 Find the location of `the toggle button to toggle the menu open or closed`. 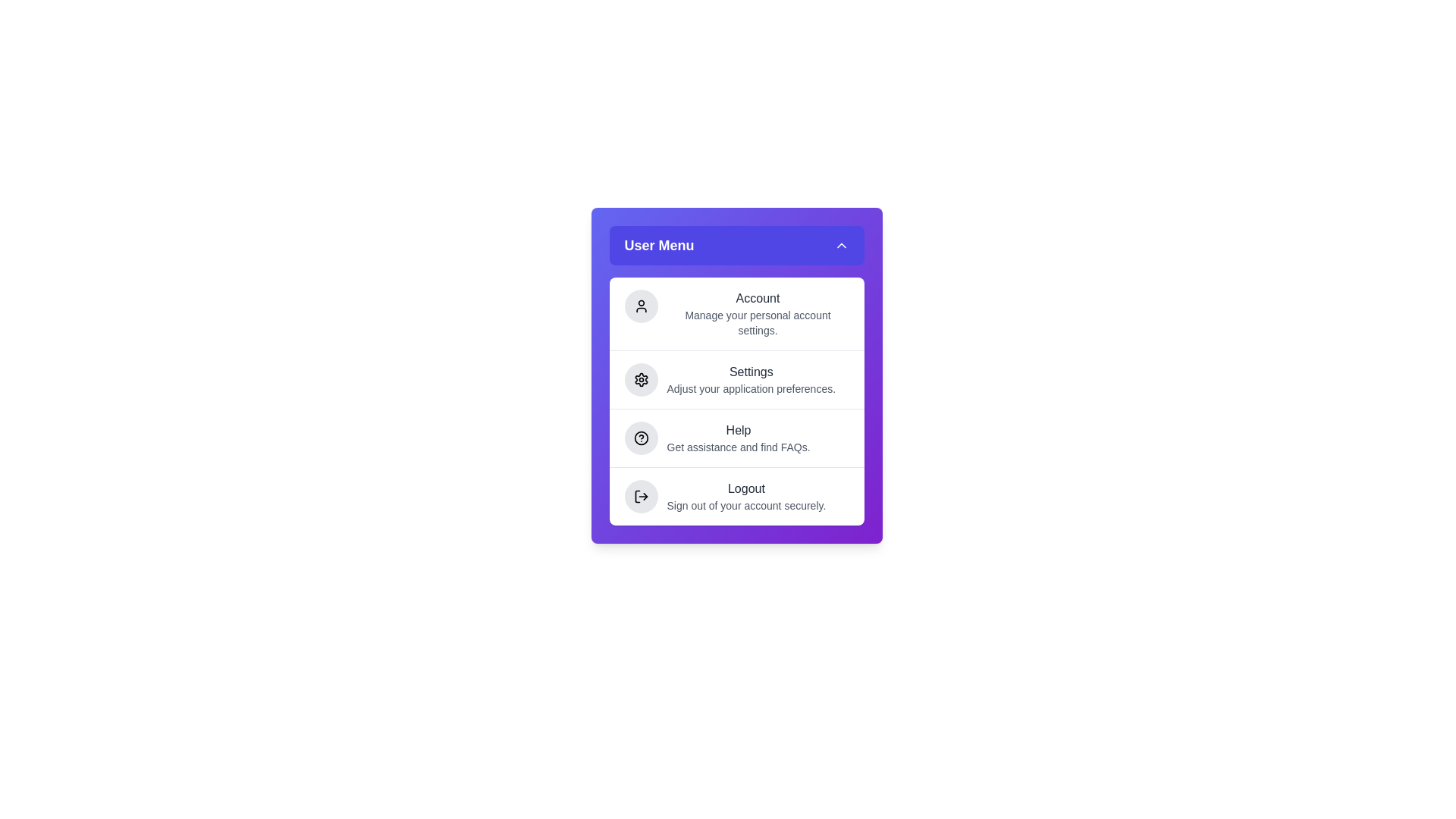

the toggle button to toggle the menu open or closed is located at coordinates (736, 245).